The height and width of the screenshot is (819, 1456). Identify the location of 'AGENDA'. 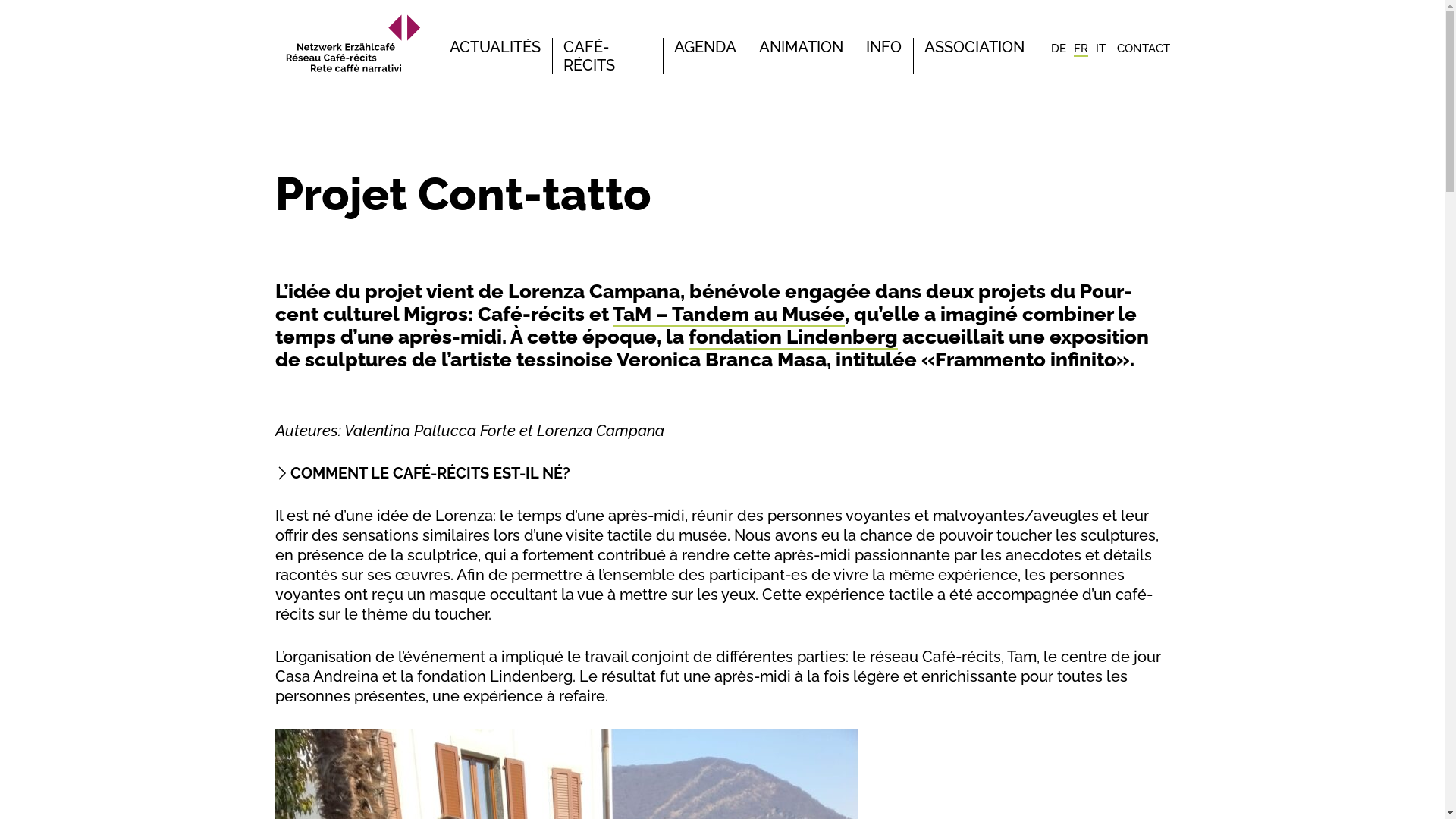
(673, 45).